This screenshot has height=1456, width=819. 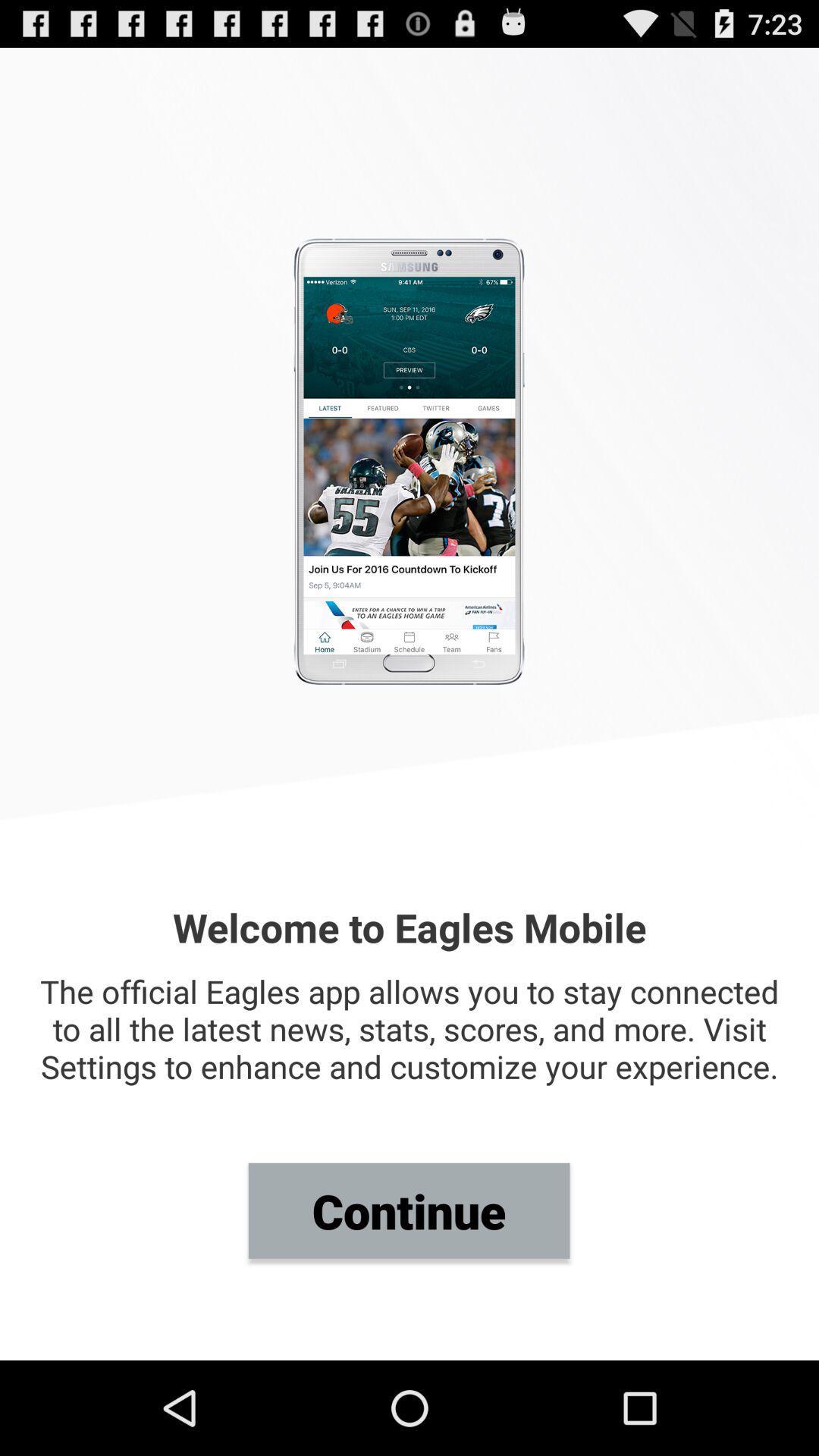 What do you see at coordinates (408, 1210) in the screenshot?
I see `the continue item` at bounding box center [408, 1210].